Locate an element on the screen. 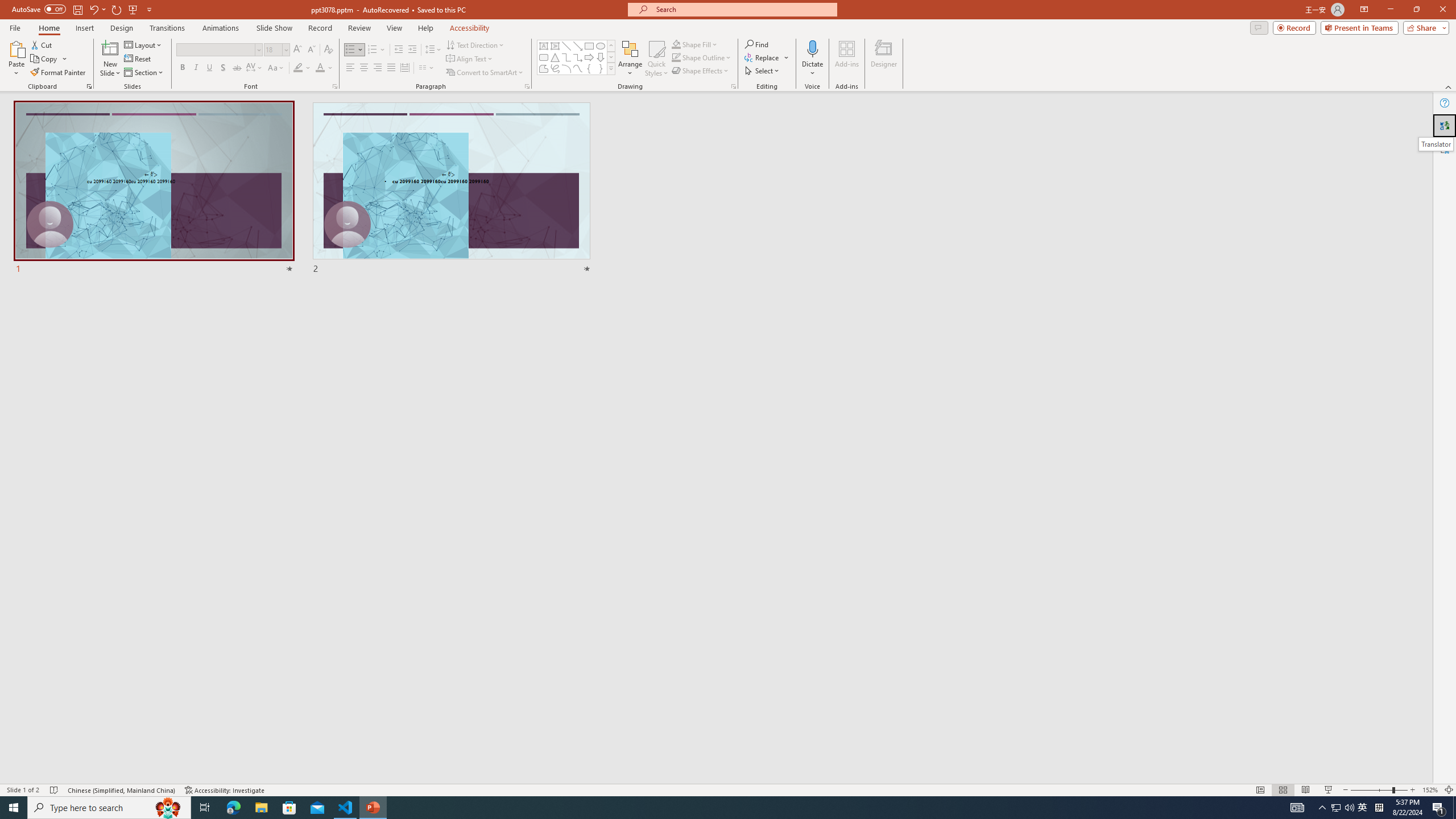 The image size is (1456, 819). 'Shadow' is located at coordinates (222, 67).